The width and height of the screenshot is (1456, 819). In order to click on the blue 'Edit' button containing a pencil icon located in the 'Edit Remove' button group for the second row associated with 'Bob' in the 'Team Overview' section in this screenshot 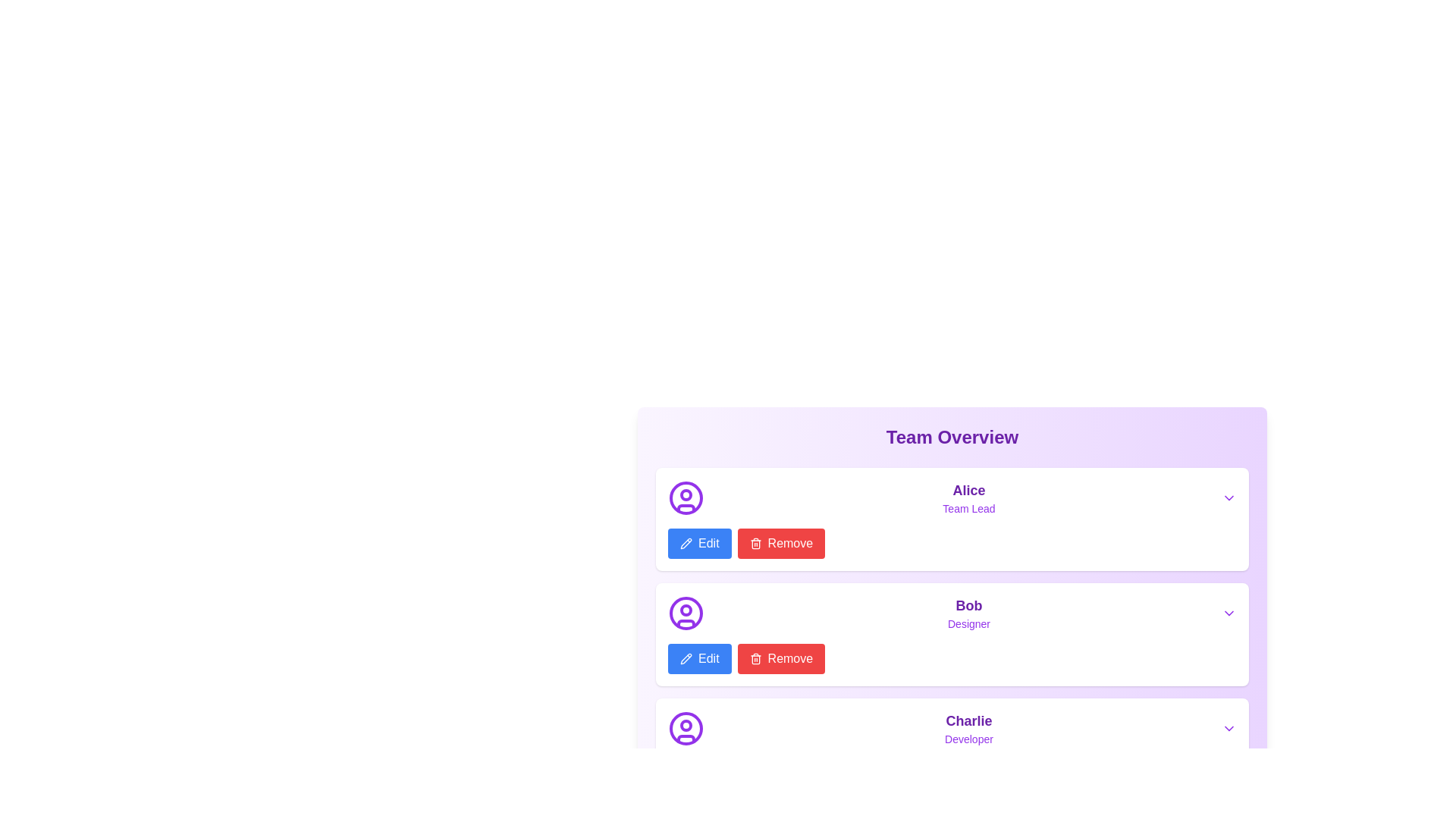, I will do `click(698, 657)`.